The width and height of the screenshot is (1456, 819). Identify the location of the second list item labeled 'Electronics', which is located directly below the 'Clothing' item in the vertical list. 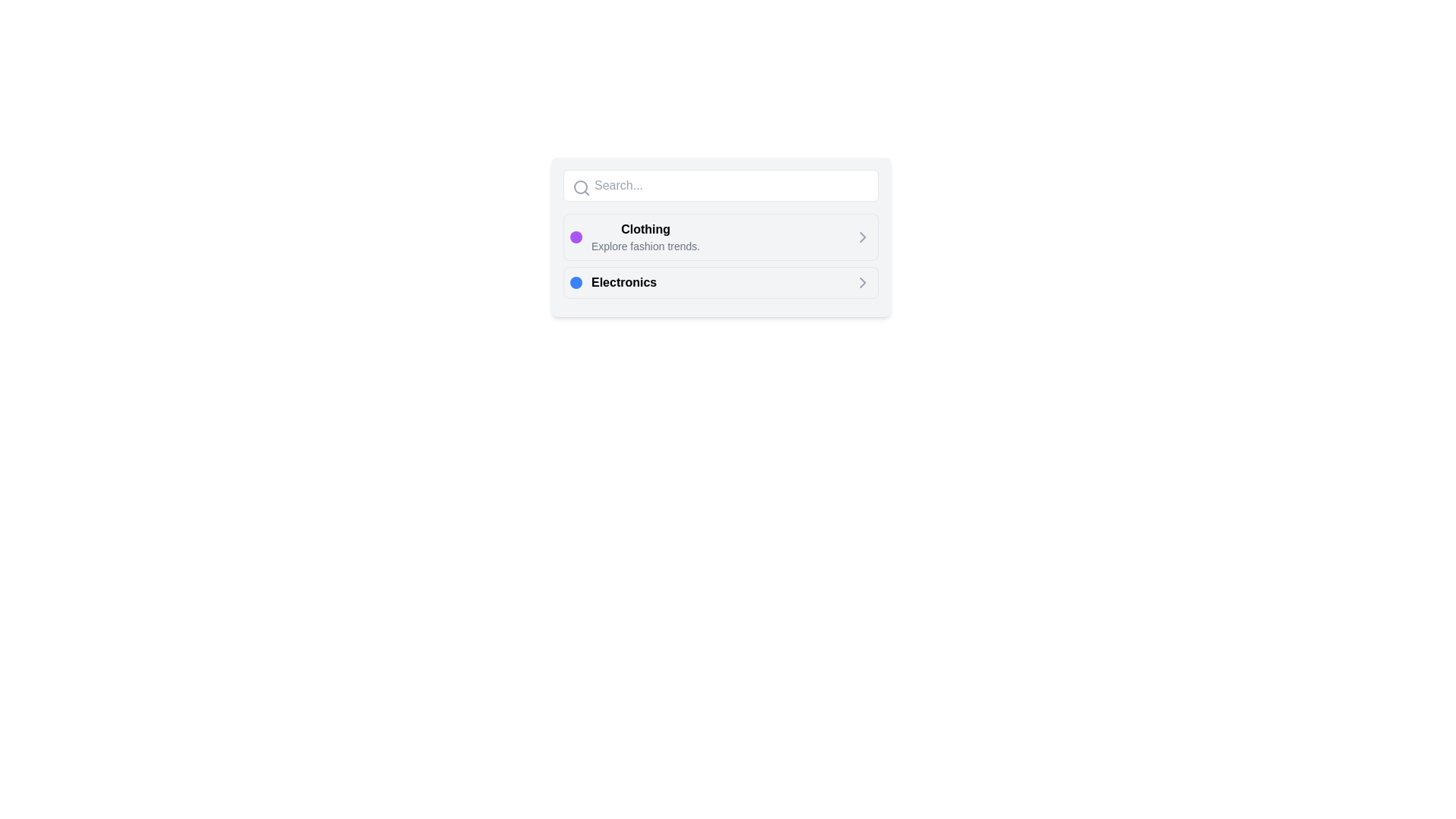
(613, 283).